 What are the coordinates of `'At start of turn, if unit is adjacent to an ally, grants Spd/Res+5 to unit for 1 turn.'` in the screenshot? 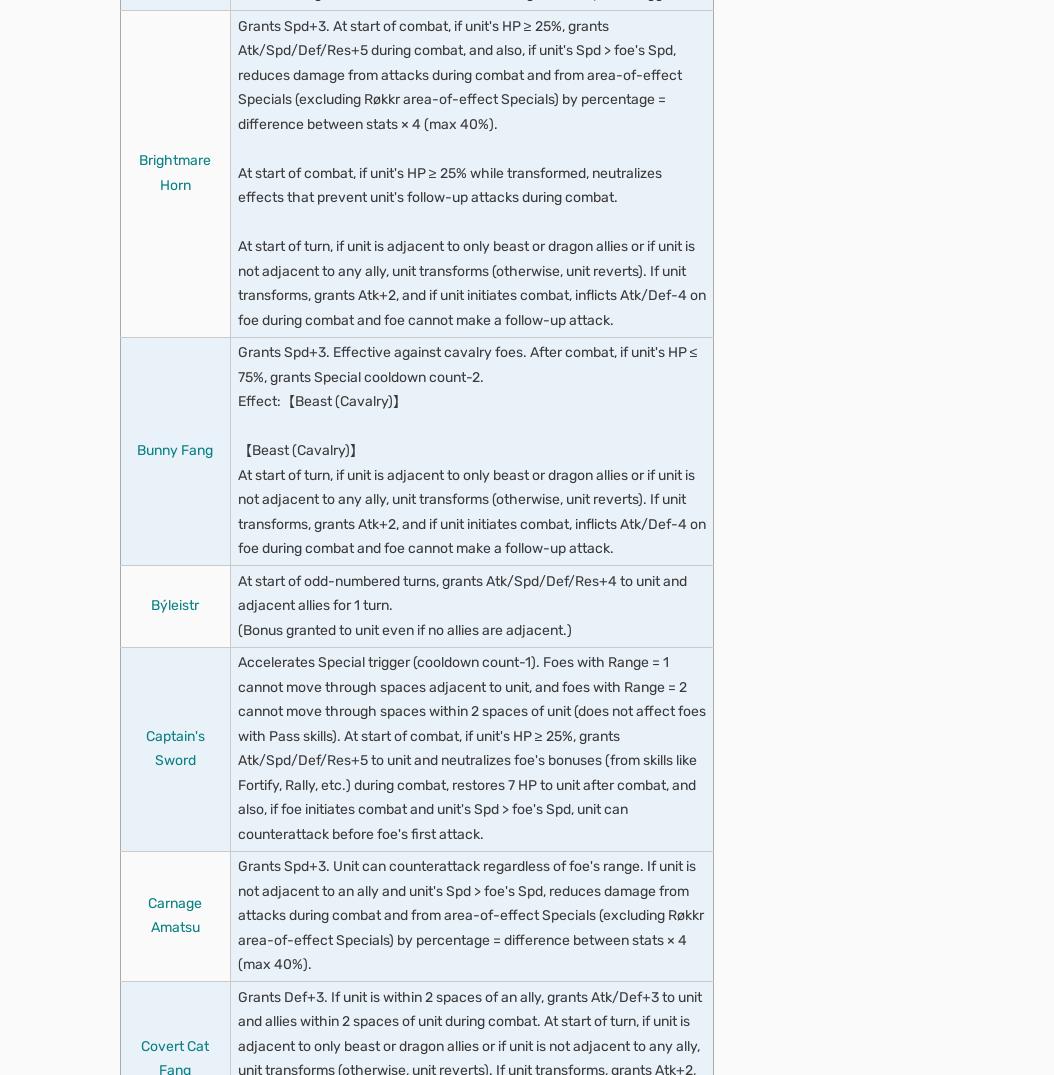 It's located at (474, 746).